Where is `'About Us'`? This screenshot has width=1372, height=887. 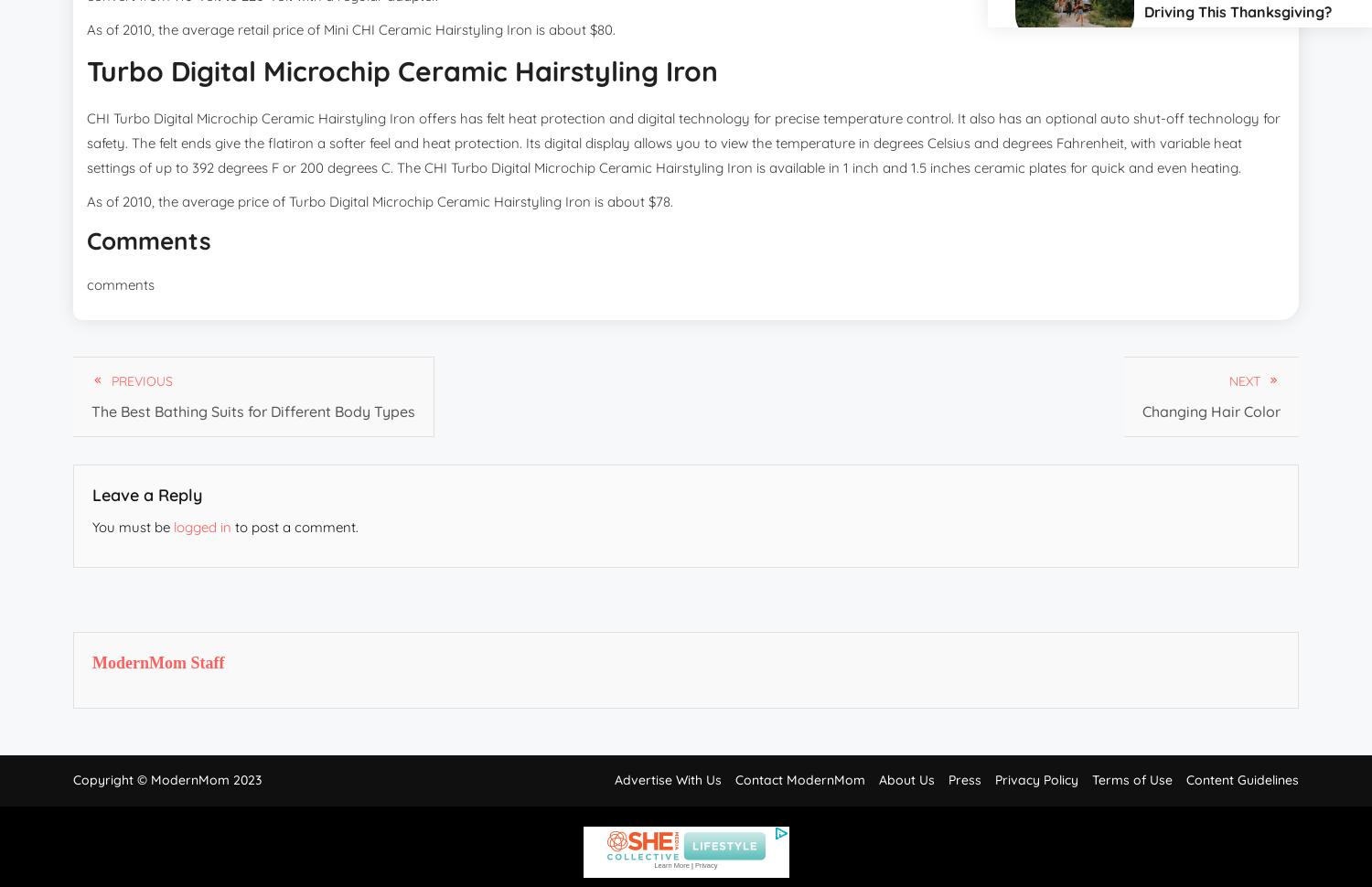 'About Us' is located at coordinates (906, 779).